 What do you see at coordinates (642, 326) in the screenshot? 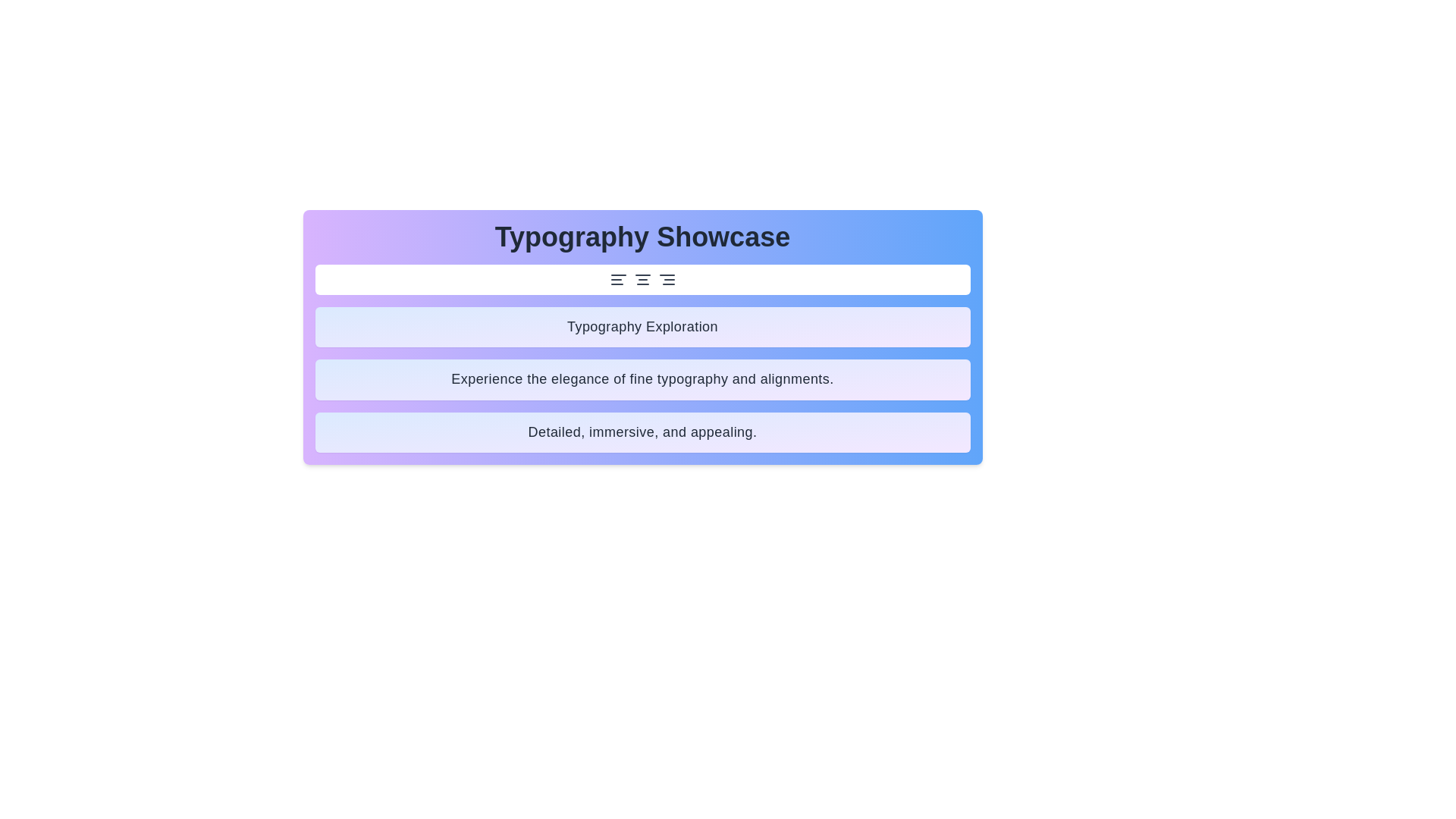
I see `the Text block titled 'Typography Exploration', which serves as a headline introducing a section with styled background` at bounding box center [642, 326].